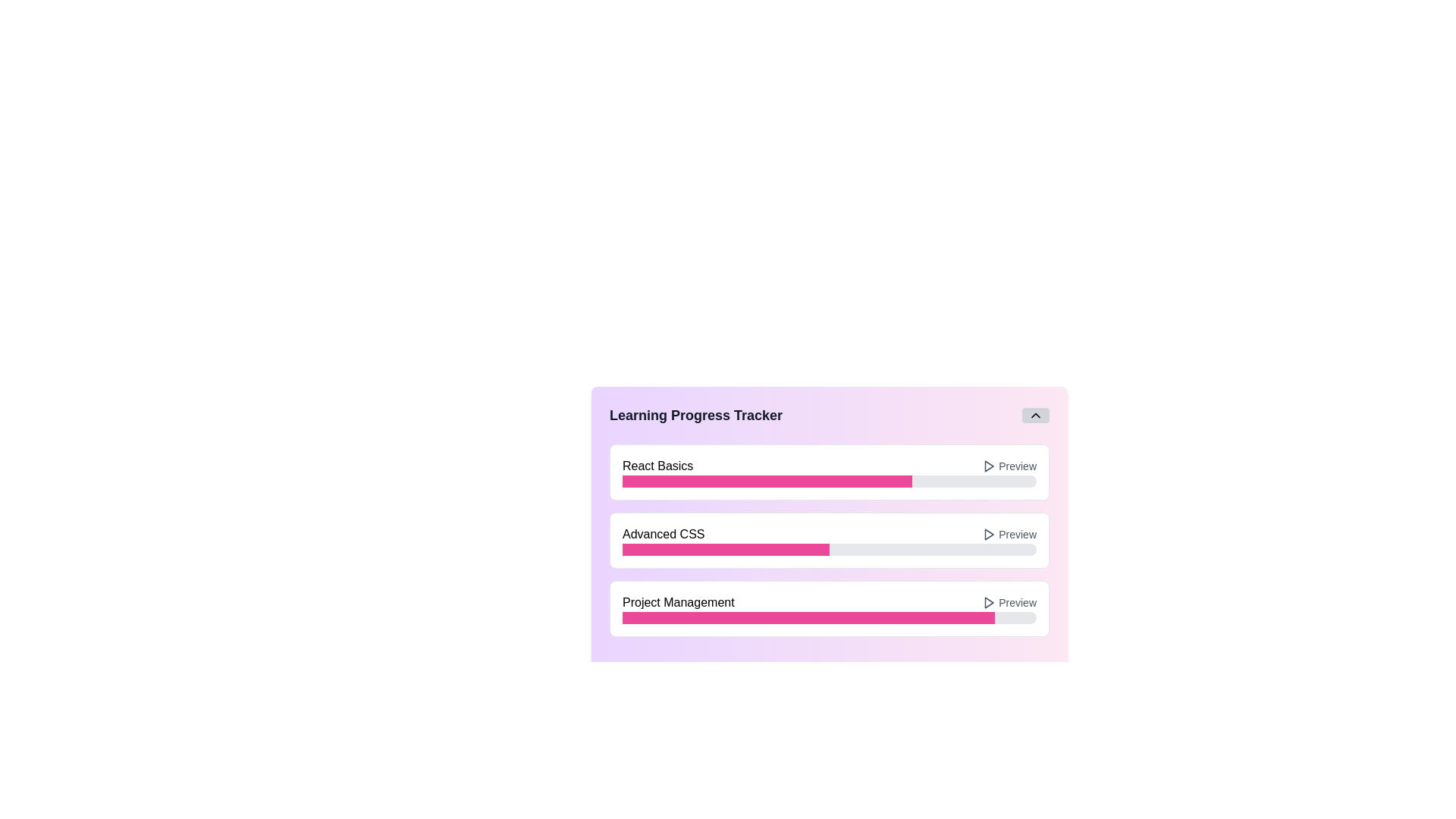 The image size is (1456, 819). What do you see at coordinates (829, 607) in the screenshot?
I see `the progress bar of the 'Project Management' course in the Learning Progress Tracker panel for more details` at bounding box center [829, 607].